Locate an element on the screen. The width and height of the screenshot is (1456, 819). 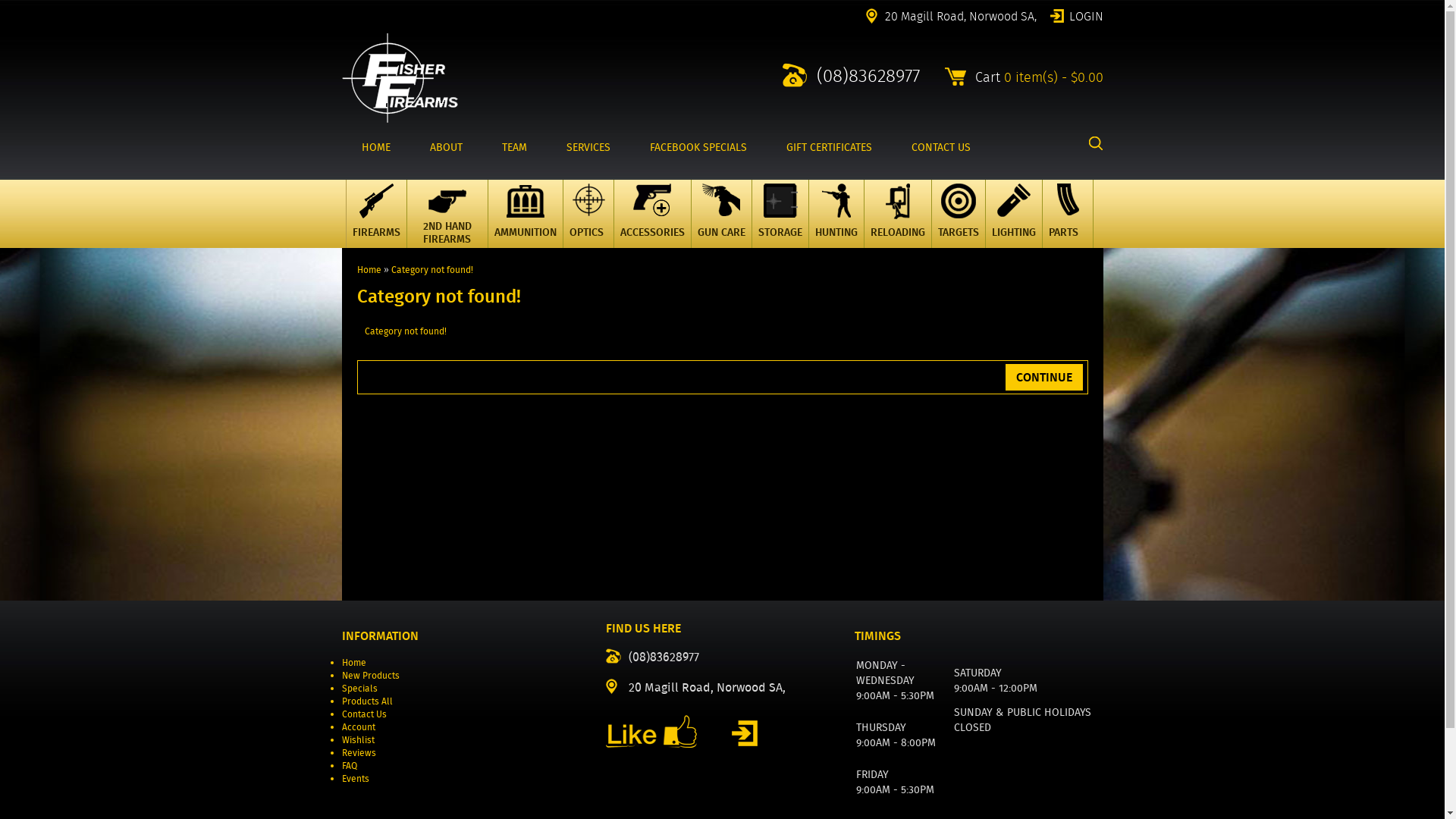
'Events' is located at coordinates (353, 778).